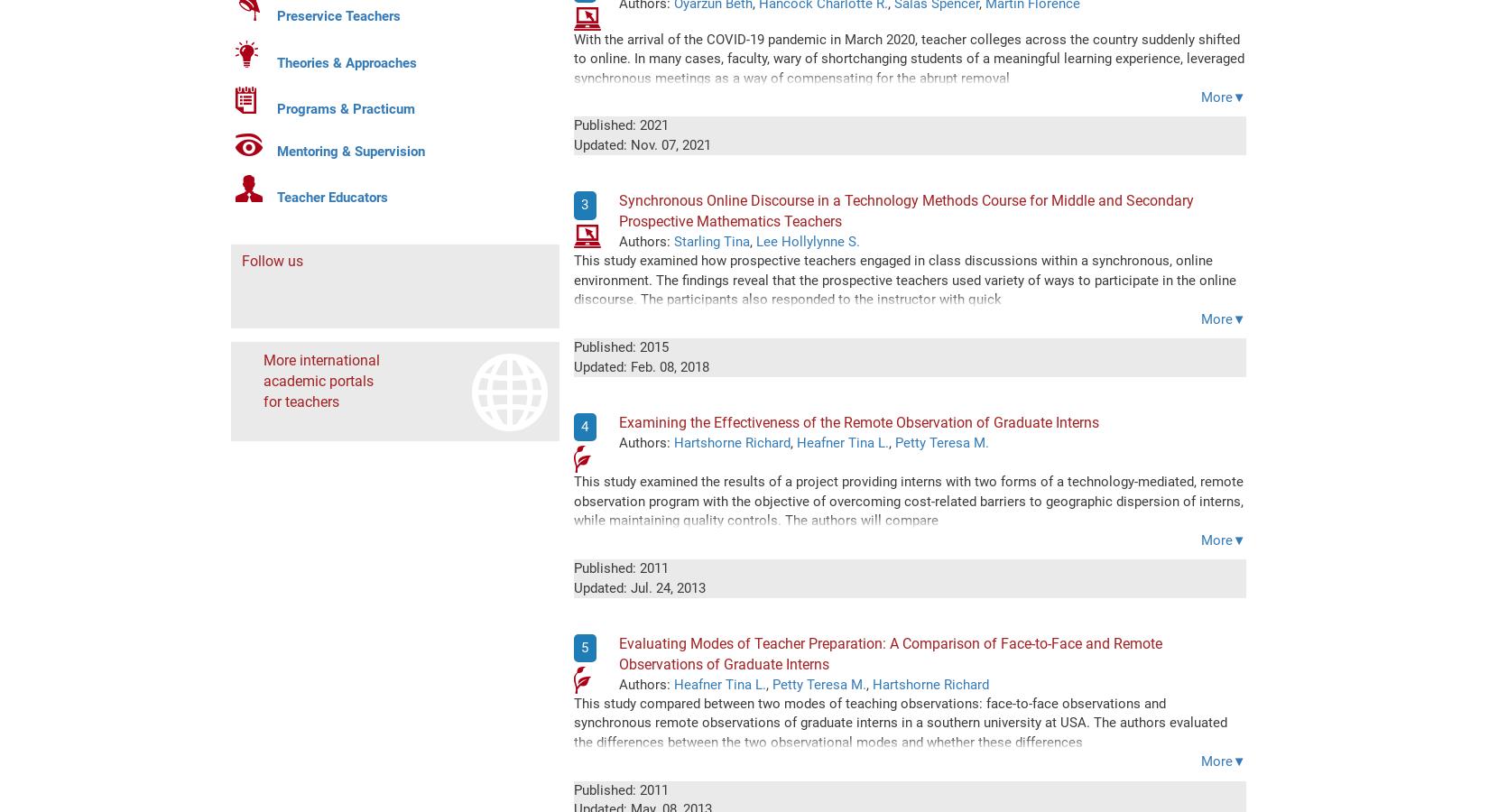 This screenshot has height=812, width=1489. Describe the element at coordinates (652, 125) in the screenshot. I see `'2021'` at that location.